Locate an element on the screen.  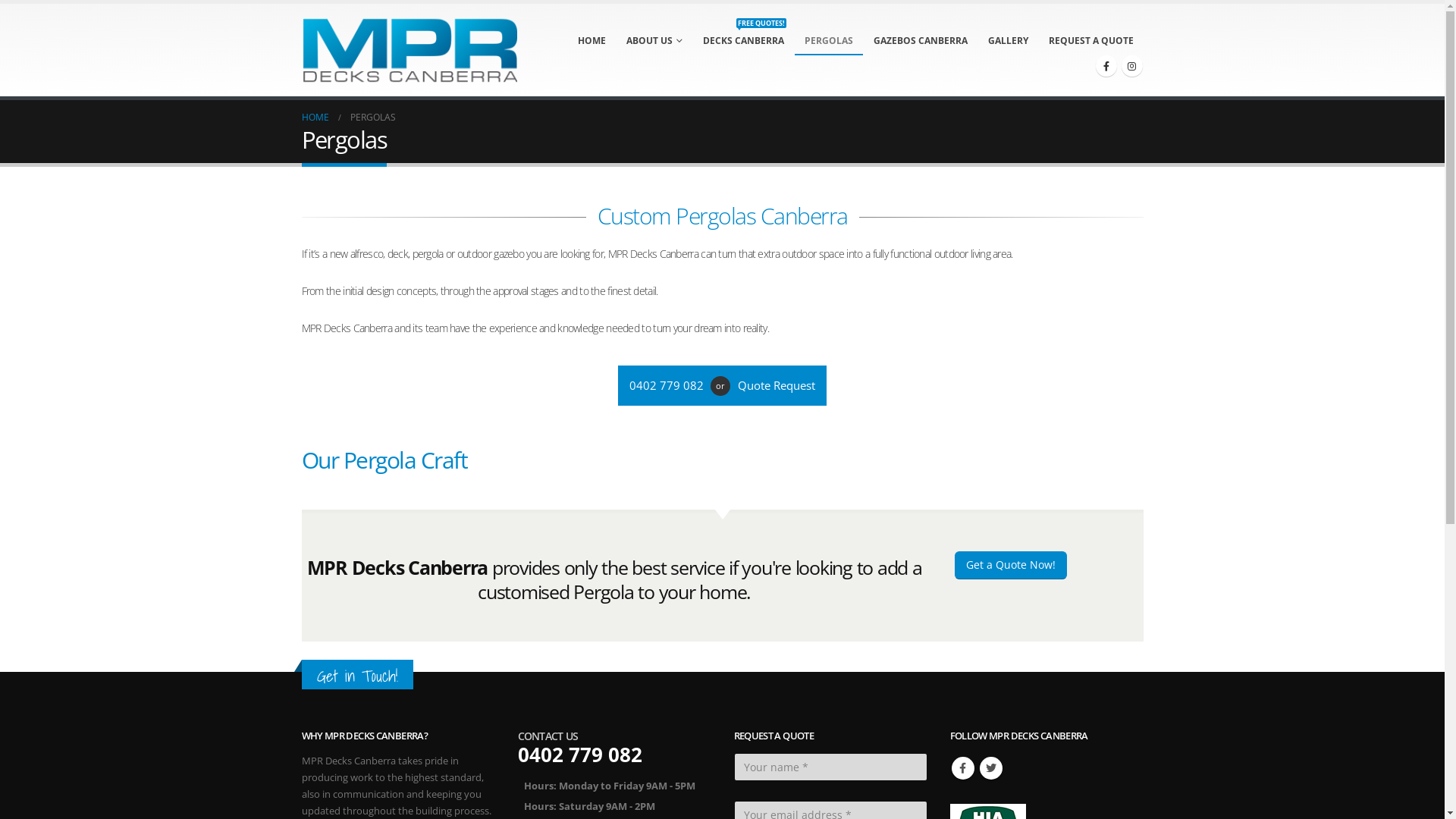
'GAZEBOS CANBERRA' is located at coordinates (919, 39).